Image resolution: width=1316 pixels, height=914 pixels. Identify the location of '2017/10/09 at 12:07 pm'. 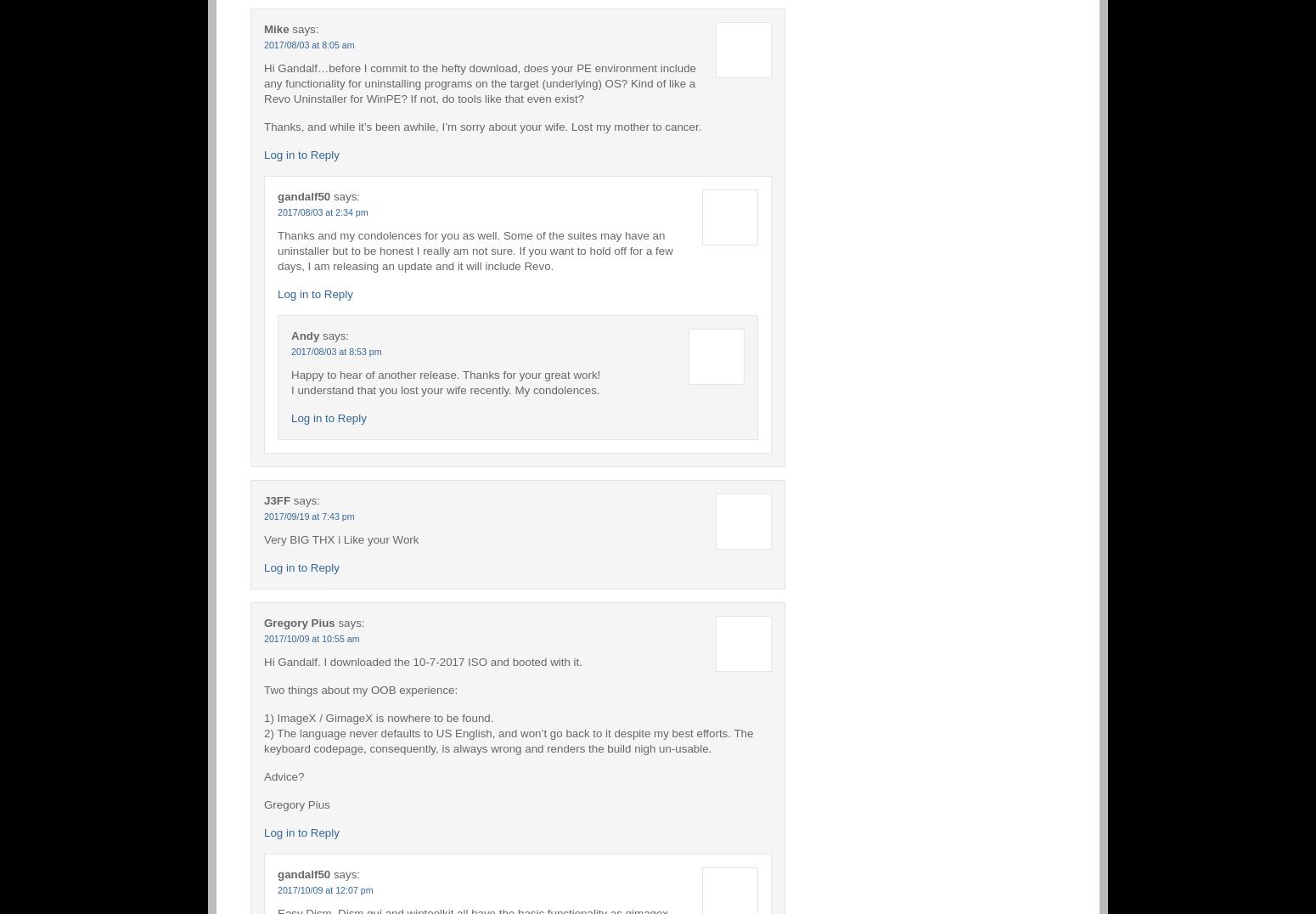
(277, 889).